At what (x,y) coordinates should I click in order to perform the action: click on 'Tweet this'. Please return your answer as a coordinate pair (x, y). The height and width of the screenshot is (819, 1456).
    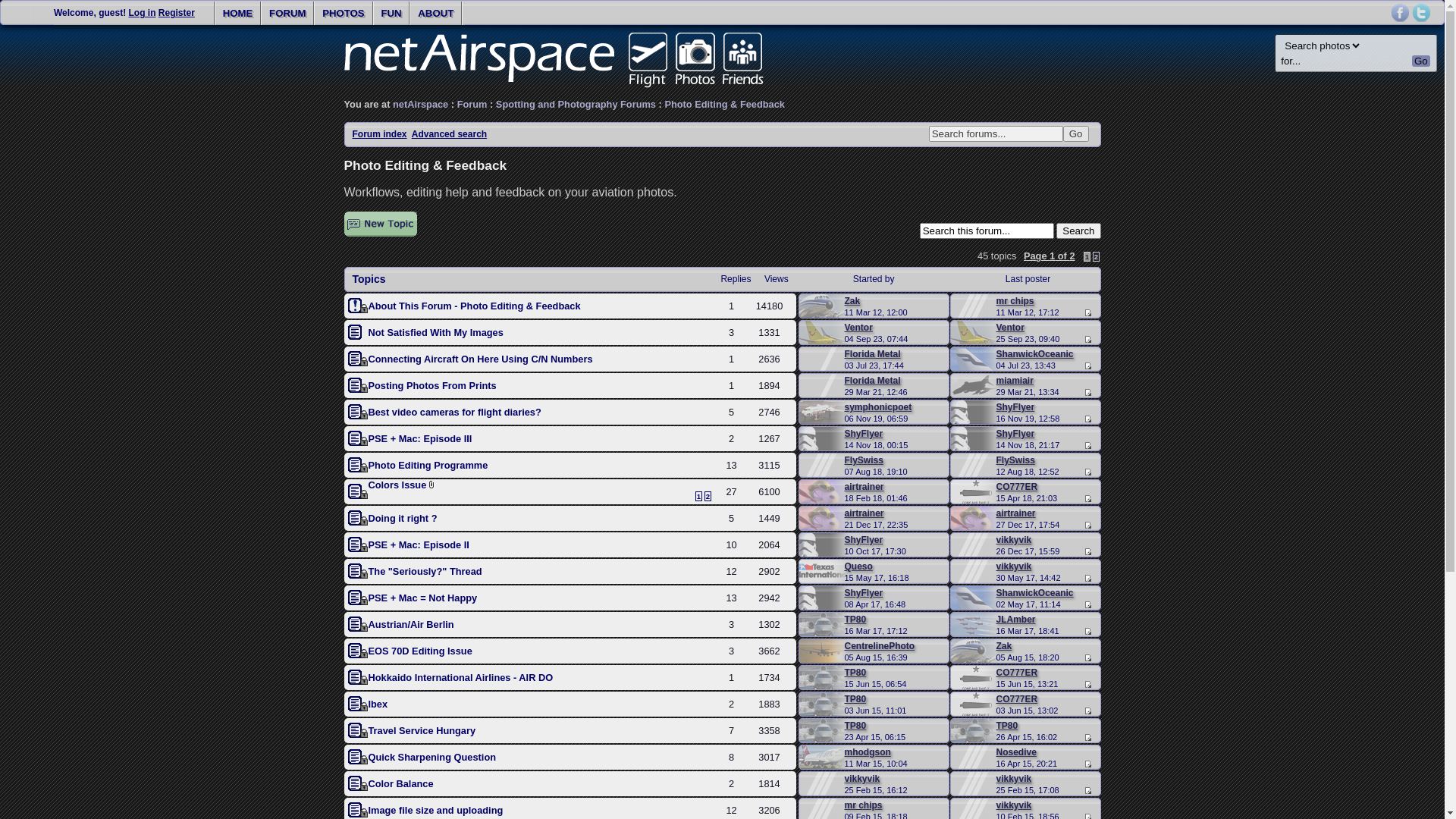
    Looking at the image, I should click on (1420, 12).